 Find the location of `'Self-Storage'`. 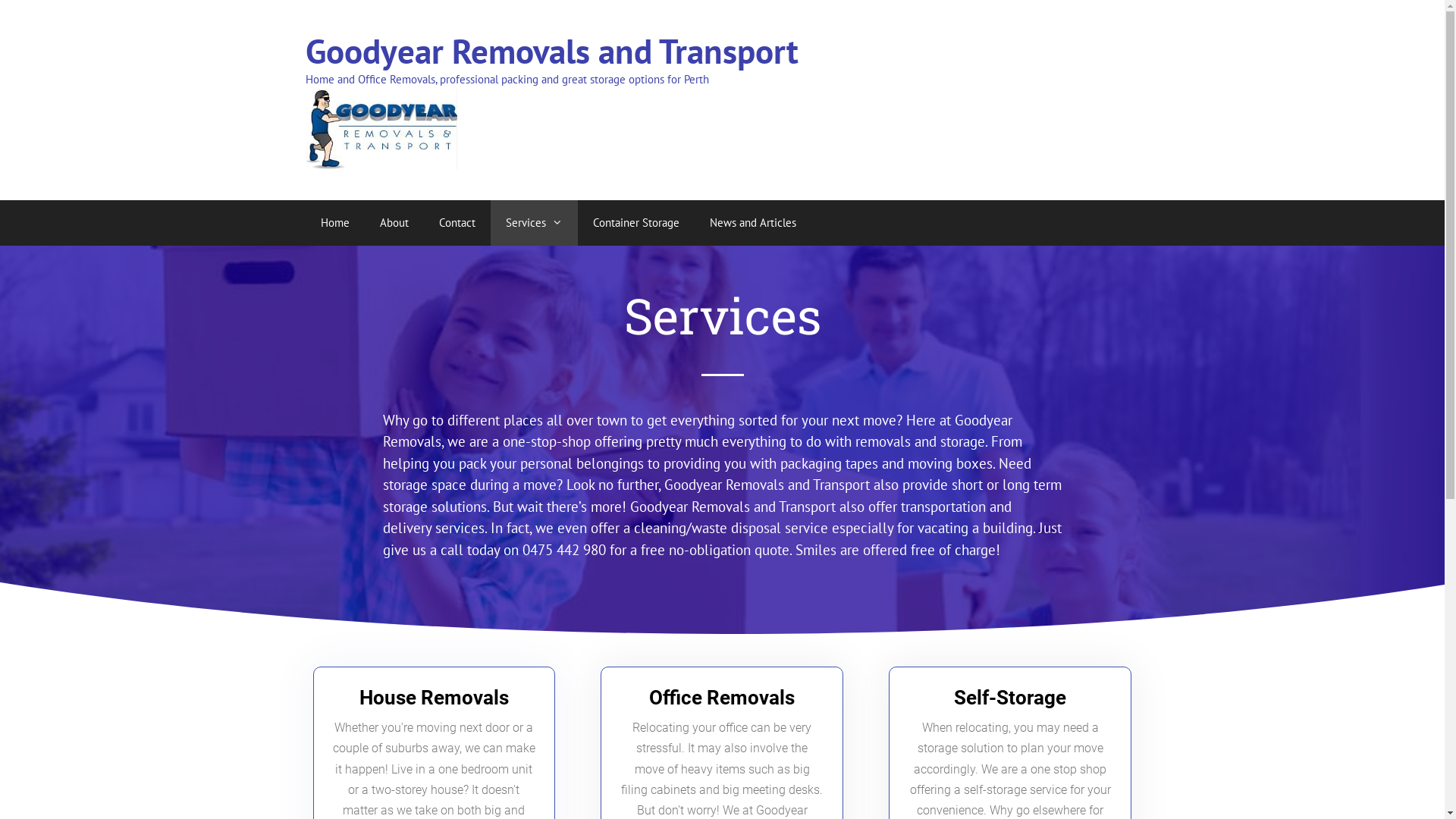

'Self-Storage' is located at coordinates (1009, 698).